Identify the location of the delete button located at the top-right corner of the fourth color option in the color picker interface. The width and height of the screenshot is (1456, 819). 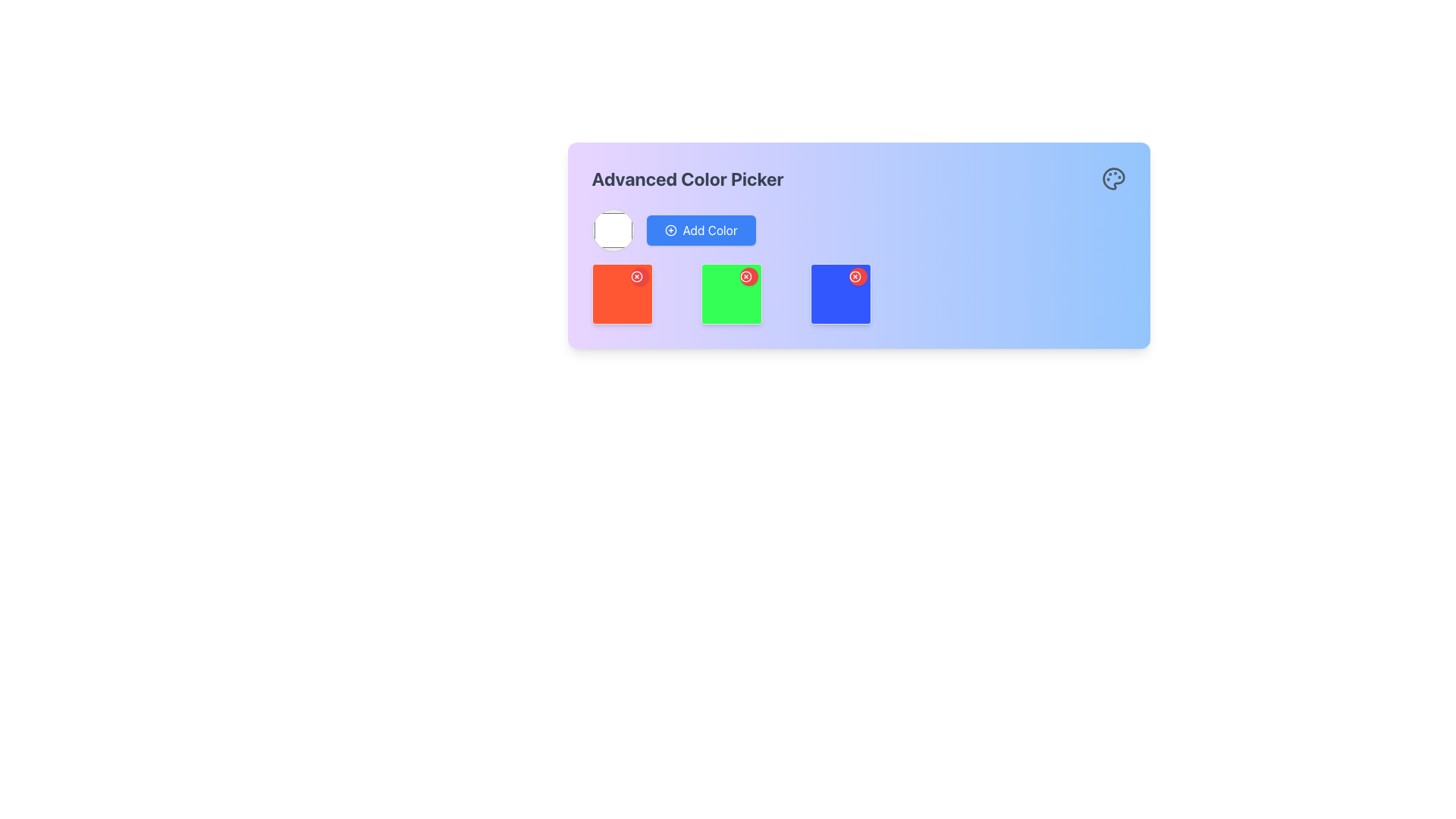
(839, 294).